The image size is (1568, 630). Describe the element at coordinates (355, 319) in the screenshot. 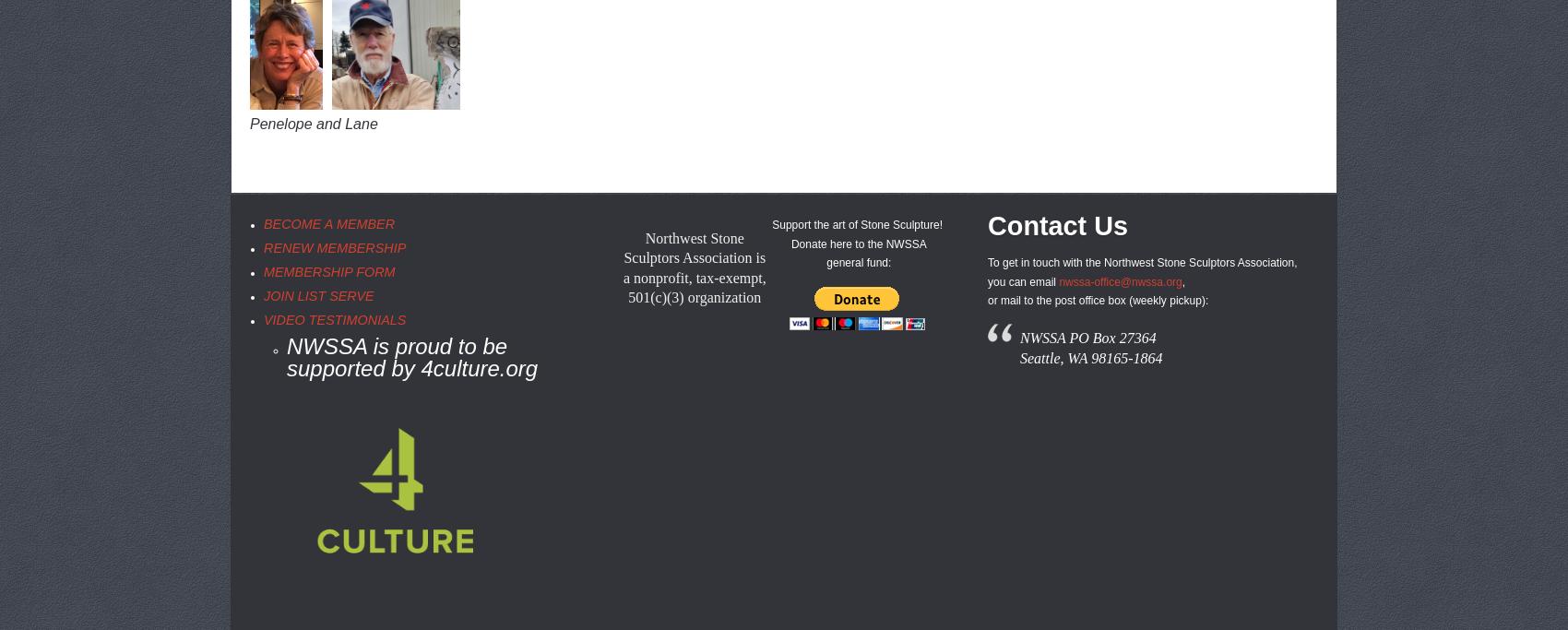

I see `'ESTIMONIAL'` at that location.